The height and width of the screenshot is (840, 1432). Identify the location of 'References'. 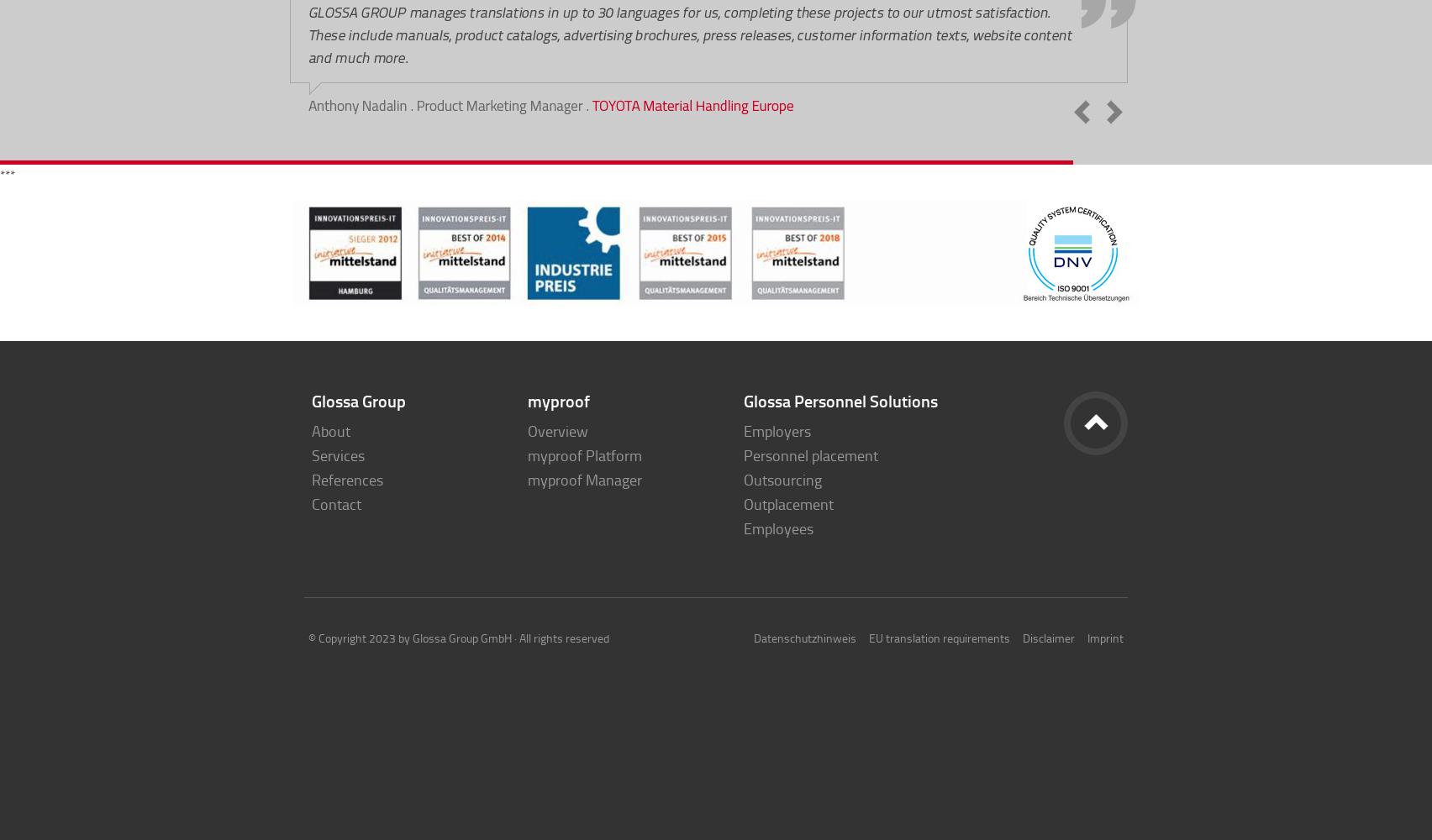
(346, 479).